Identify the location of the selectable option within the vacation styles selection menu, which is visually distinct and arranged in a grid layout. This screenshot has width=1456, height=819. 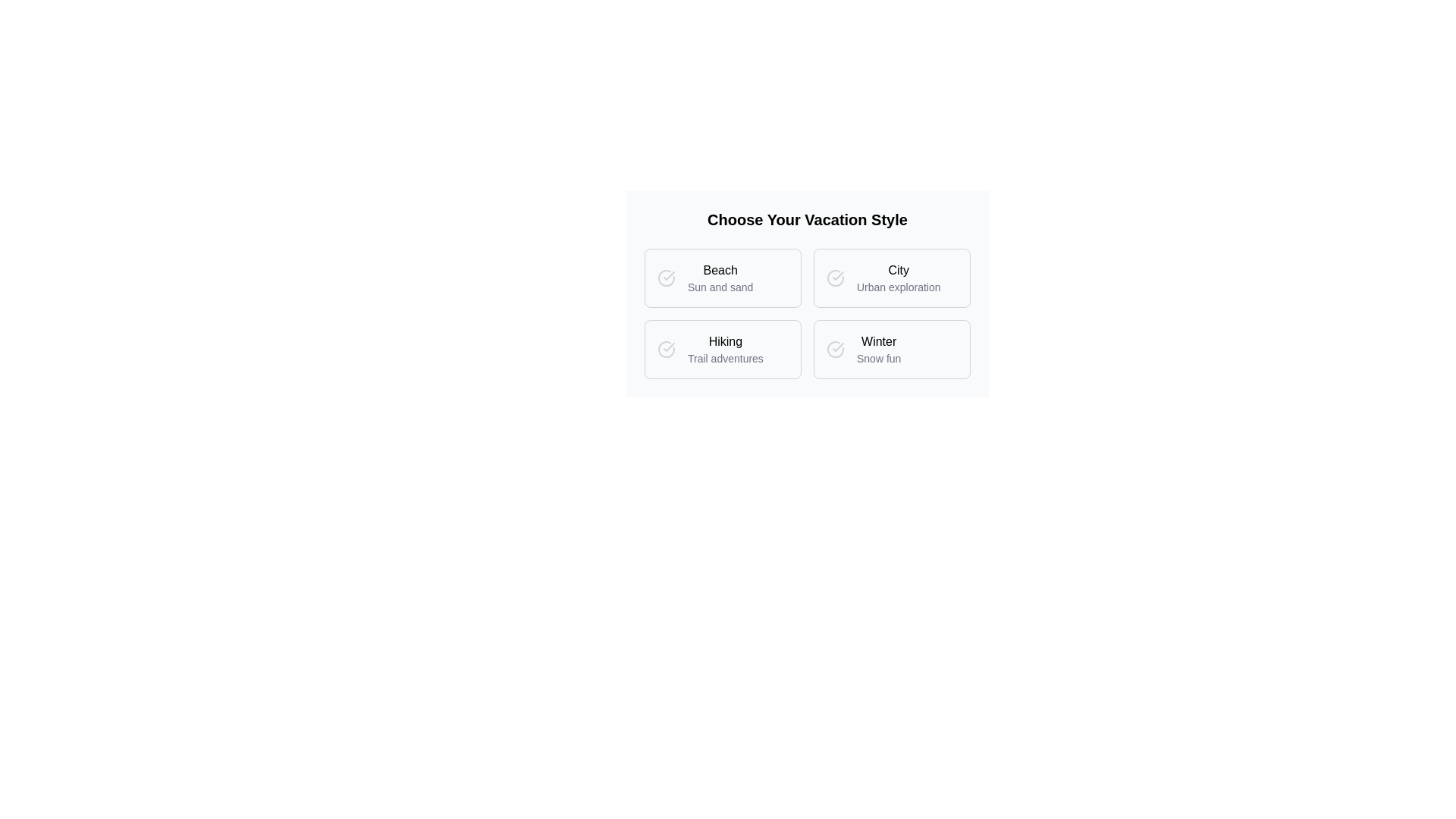
(807, 294).